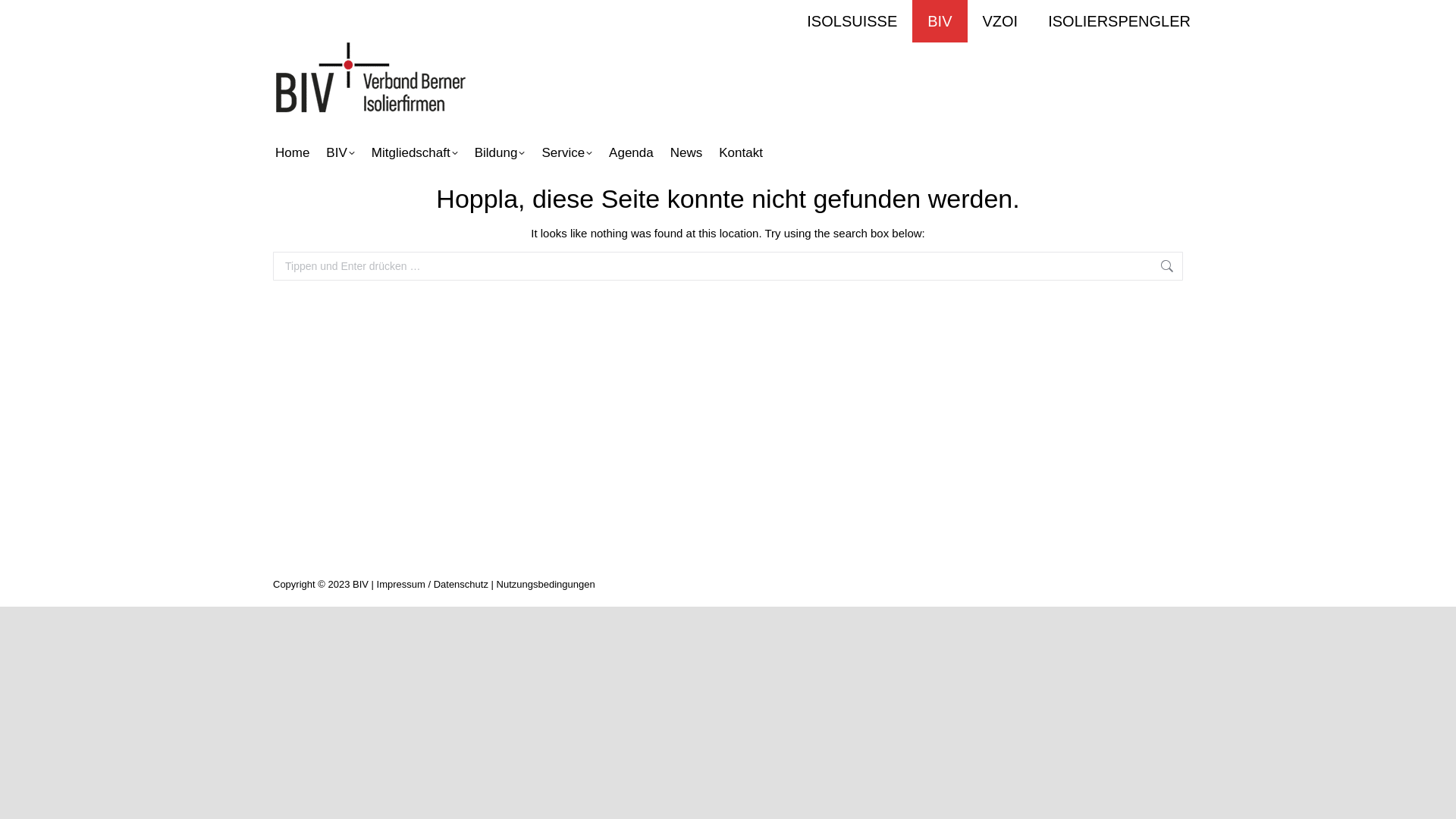 Image resolution: width=1456 pixels, height=819 pixels. What do you see at coordinates (1182, 266) in the screenshot?
I see `'Los!'` at bounding box center [1182, 266].